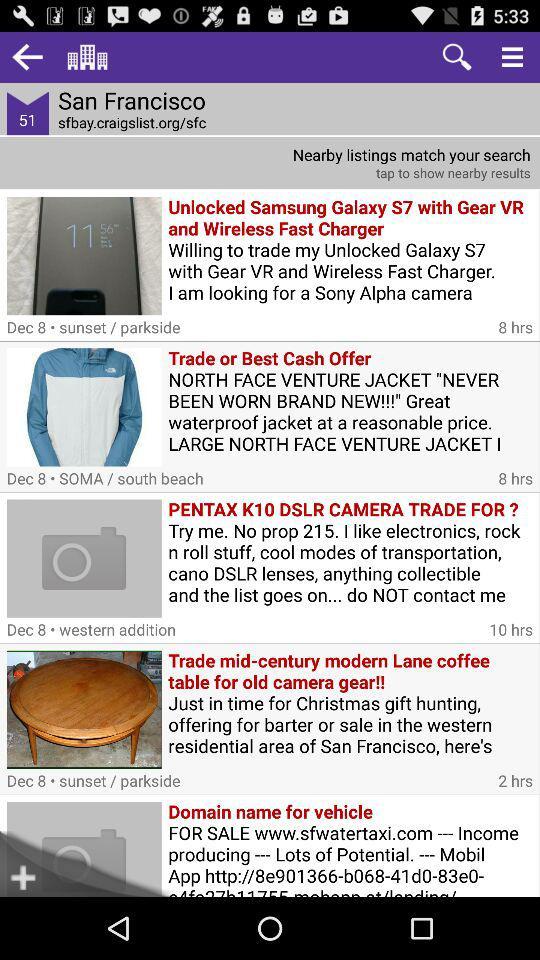  Describe the element at coordinates (270, 162) in the screenshot. I see `tap nearby results` at that location.